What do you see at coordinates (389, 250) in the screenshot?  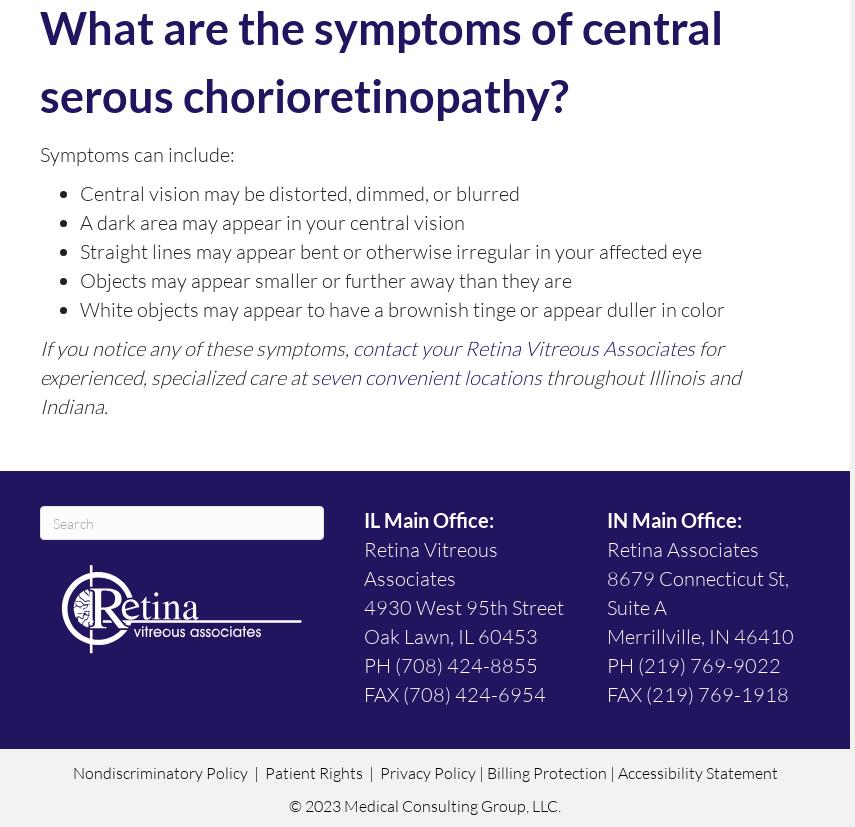 I see `'Straight lines may appear bent or otherwise irregular in your affected eye'` at bounding box center [389, 250].